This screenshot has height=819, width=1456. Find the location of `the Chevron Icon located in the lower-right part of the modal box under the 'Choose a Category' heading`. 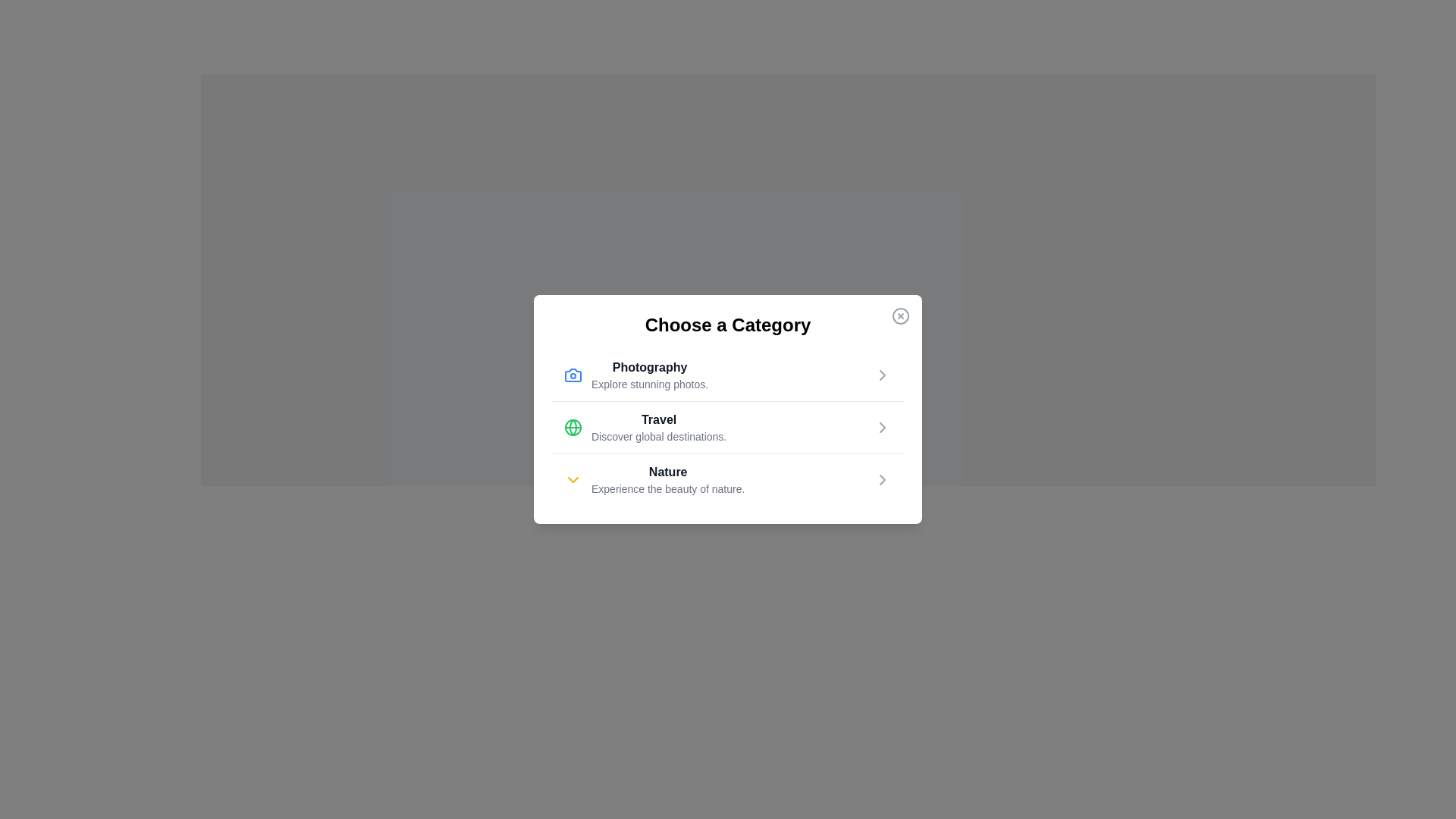

the Chevron Icon located in the lower-right part of the modal box under the 'Choose a Category' heading is located at coordinates (882, 479).